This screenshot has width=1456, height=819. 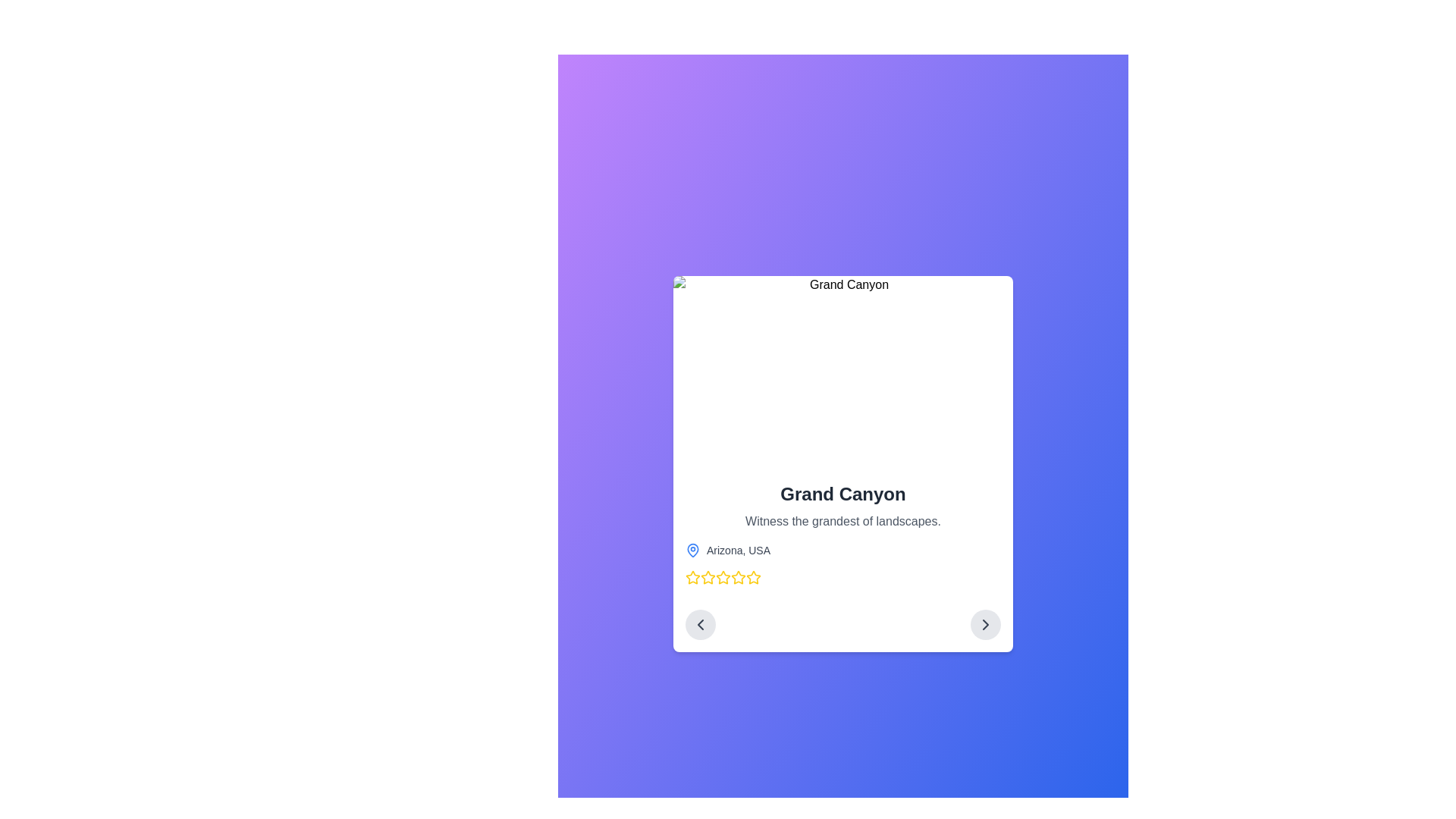 What do you see at coordinates (843, 373) in the screenshot?
I see `the Grand Canyon image displayed in the upper area of the card layout` at bounding box center [843, 373].